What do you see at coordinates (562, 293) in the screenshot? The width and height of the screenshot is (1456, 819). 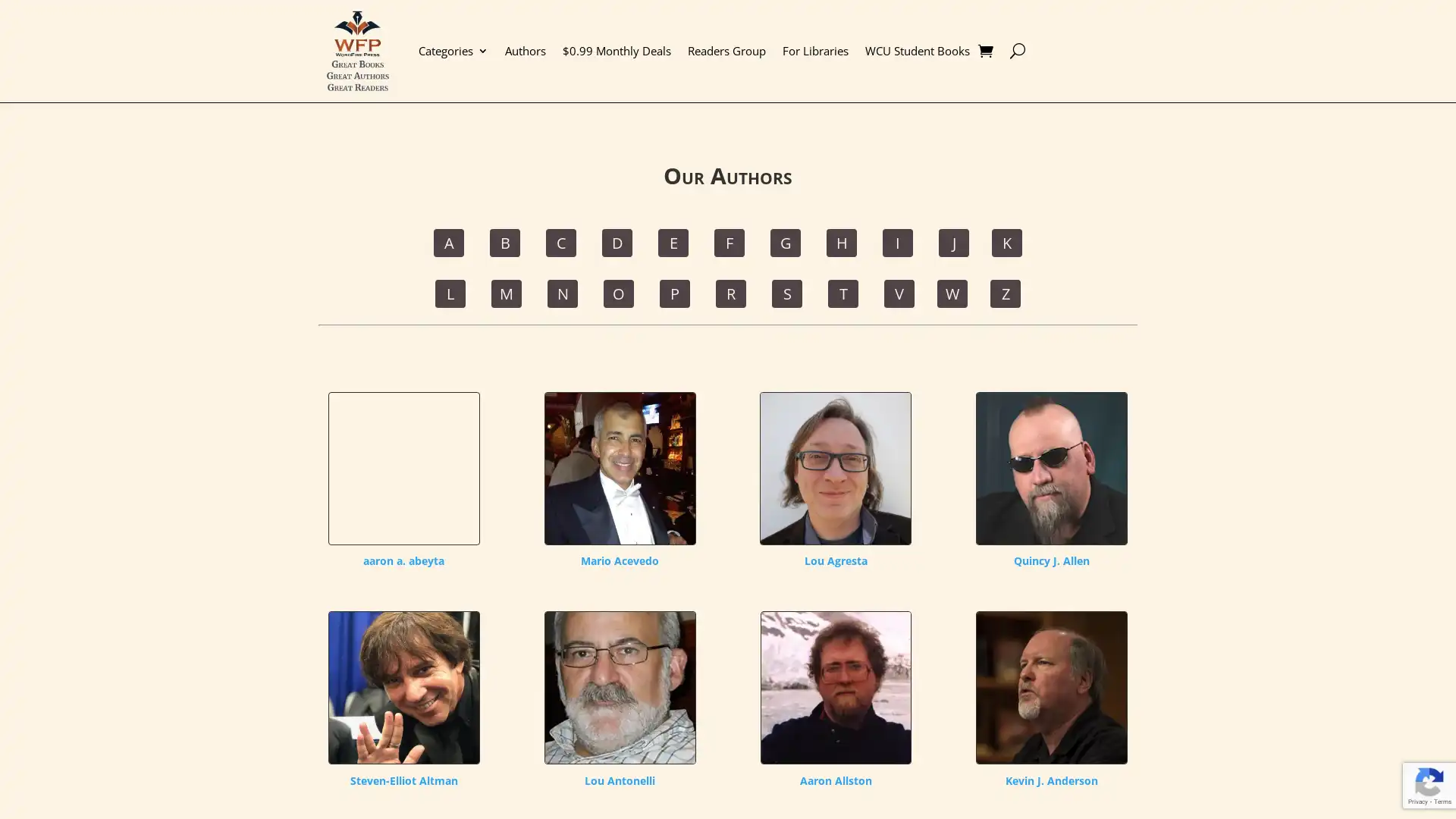 I see `N` at bounding box center [562, 293].